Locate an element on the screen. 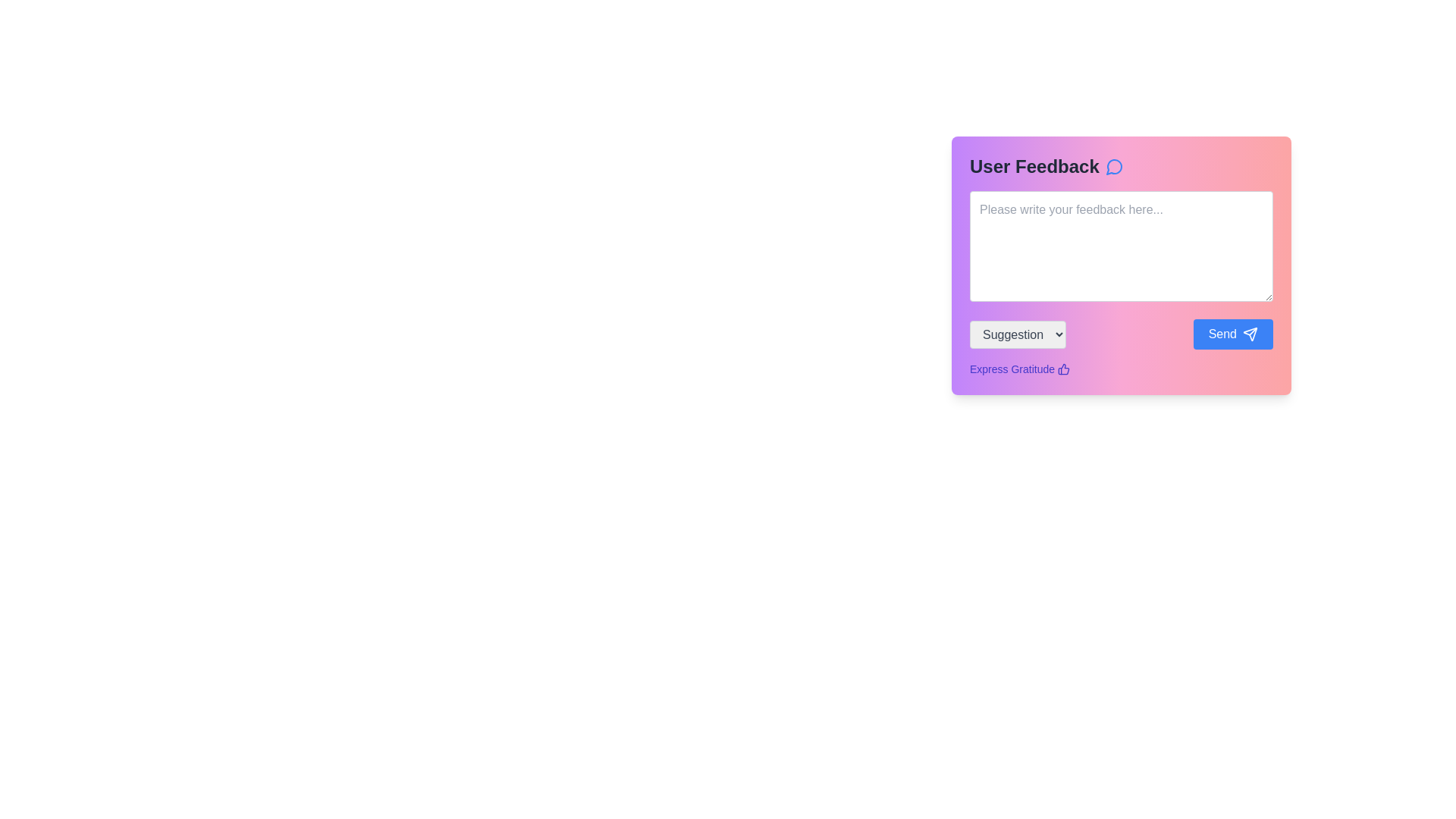 Image resolution: width=1456 pixels, height=819 pixels. the small paper plane icon inside the 'Send' button is located at coordinates (1250, 333).